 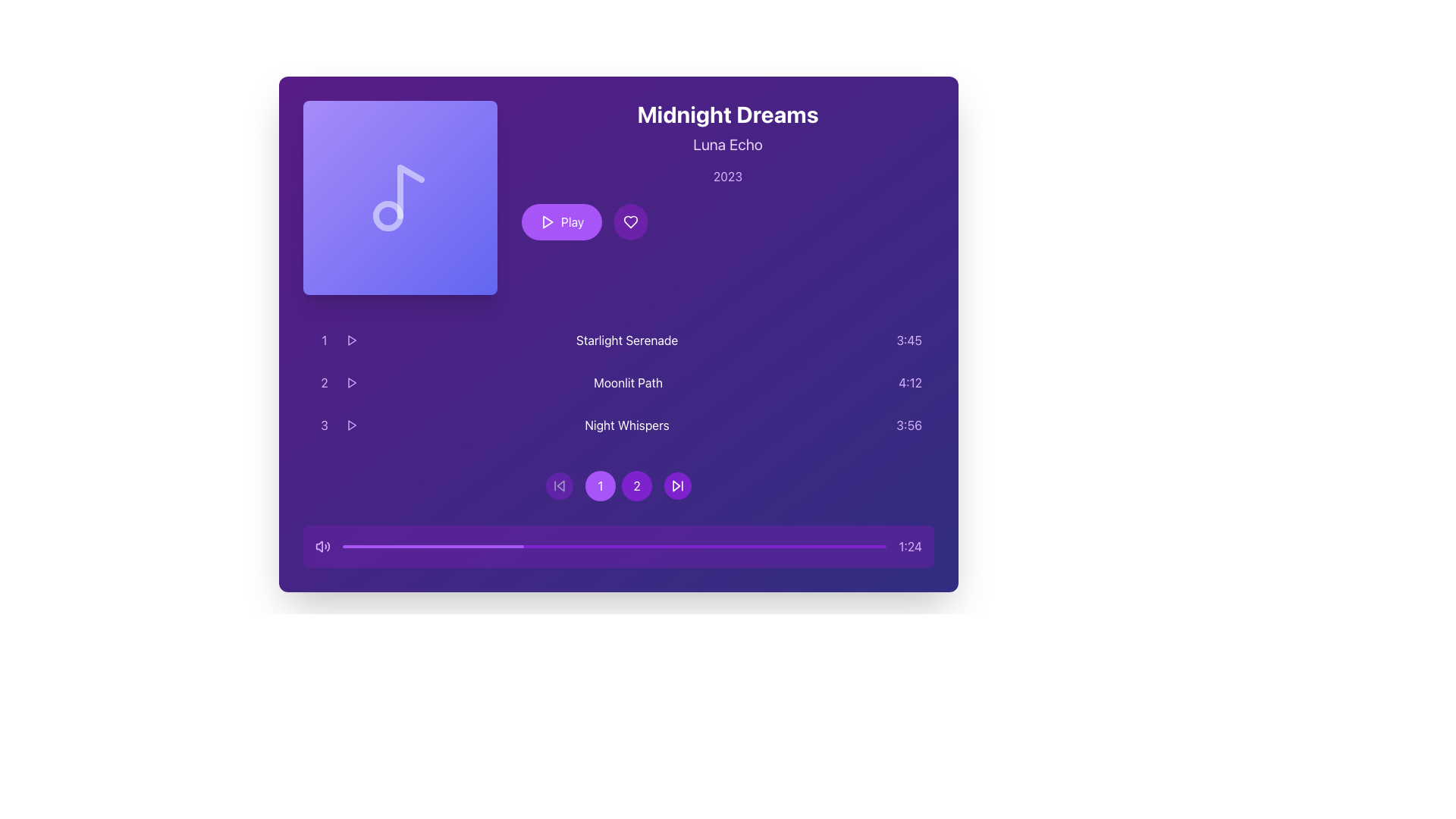 What do you see at coordinates (910, 547) in the screenshot?
I see `the time display element showing '1:24' in purple, located at the far-right end of the progress bar component` at bounding box center [910, 547].